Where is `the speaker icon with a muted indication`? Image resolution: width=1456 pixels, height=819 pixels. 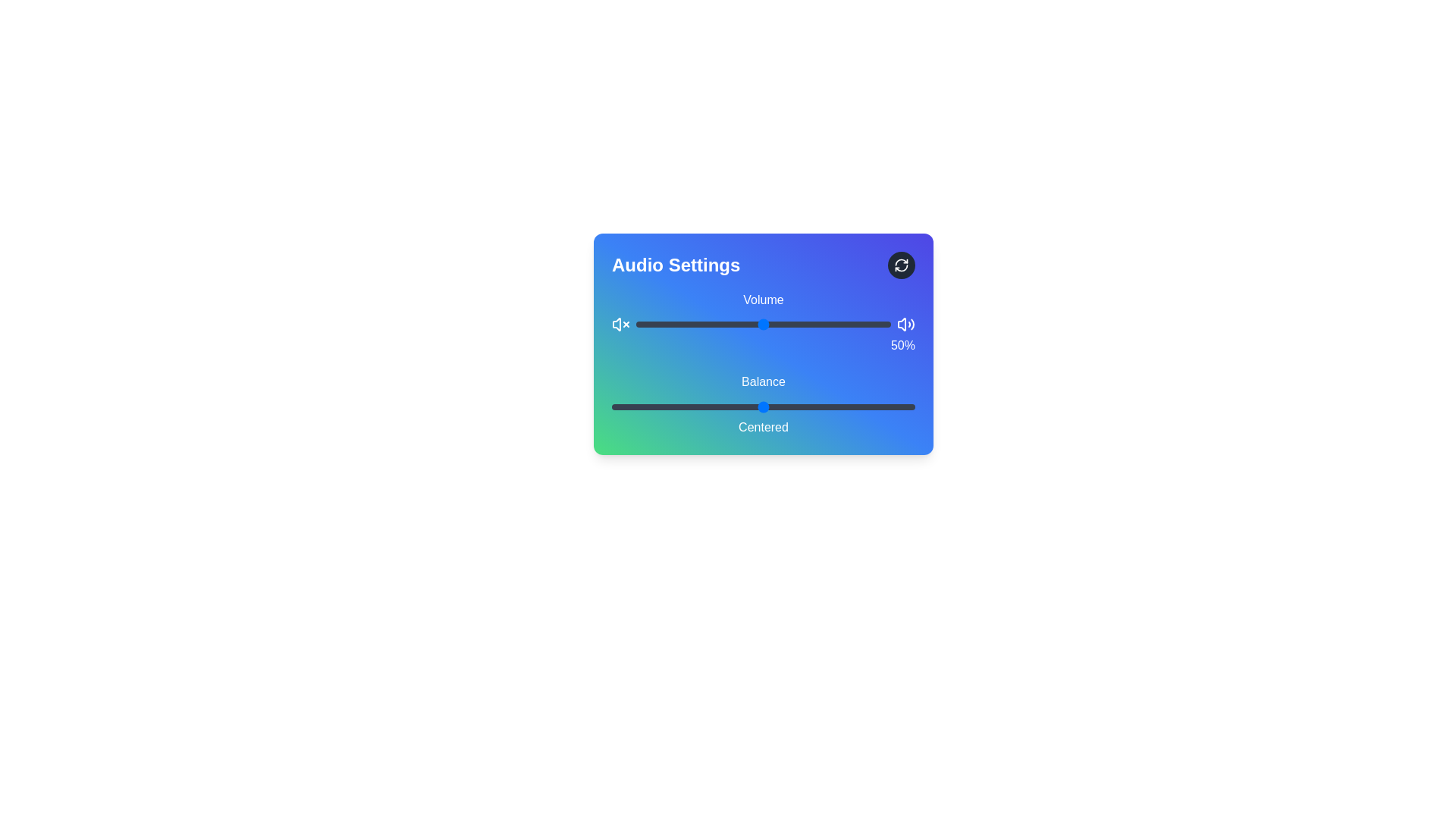
the speaker icon with a muted indication is located at coordinates (617, 324).